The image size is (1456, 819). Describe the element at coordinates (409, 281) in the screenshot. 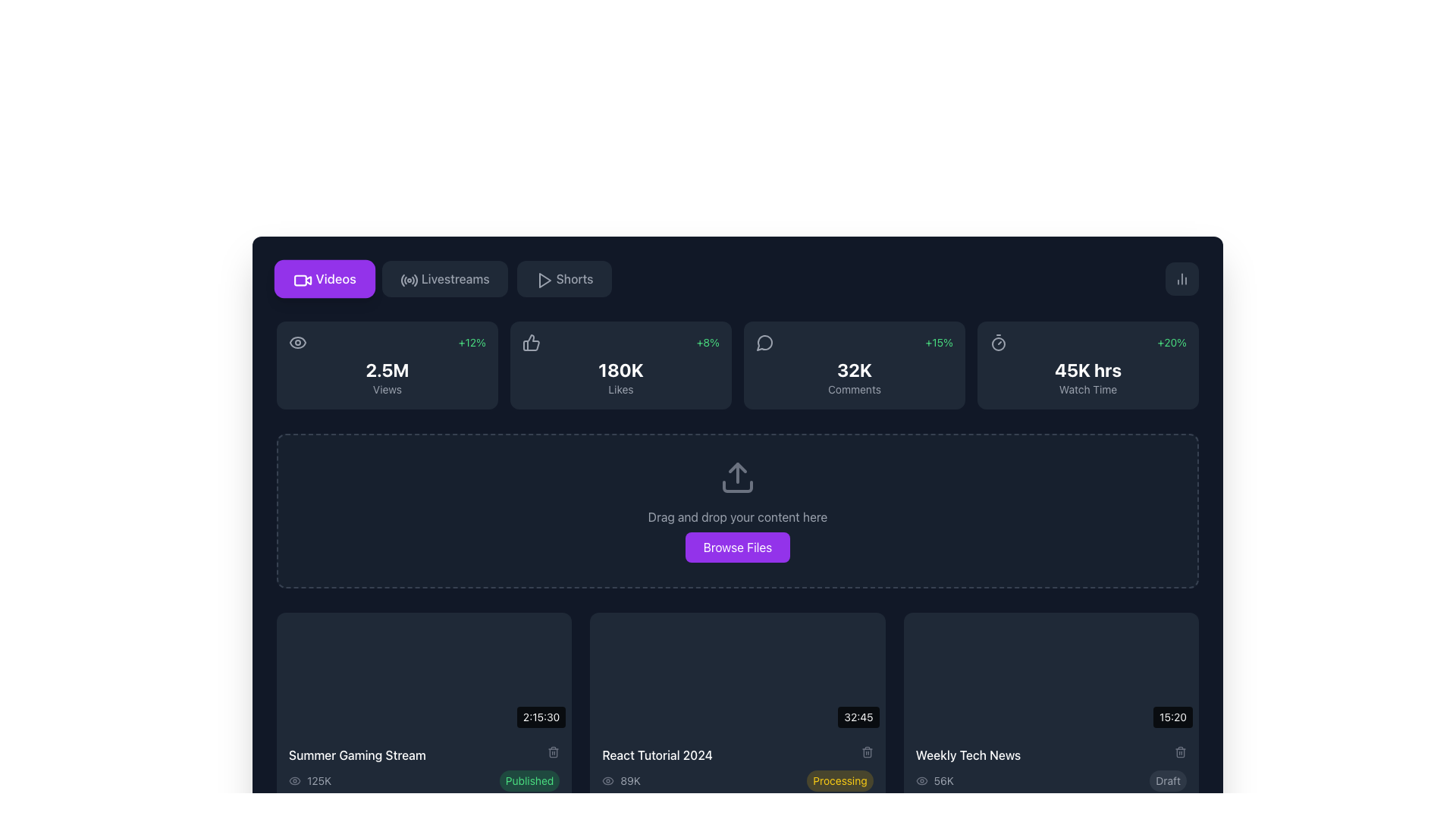

I see `the 'Livestream' icon located in the top navigation bar, next to the 'Videos' tab and adjacent to the 'Shorts' tab` at that location.